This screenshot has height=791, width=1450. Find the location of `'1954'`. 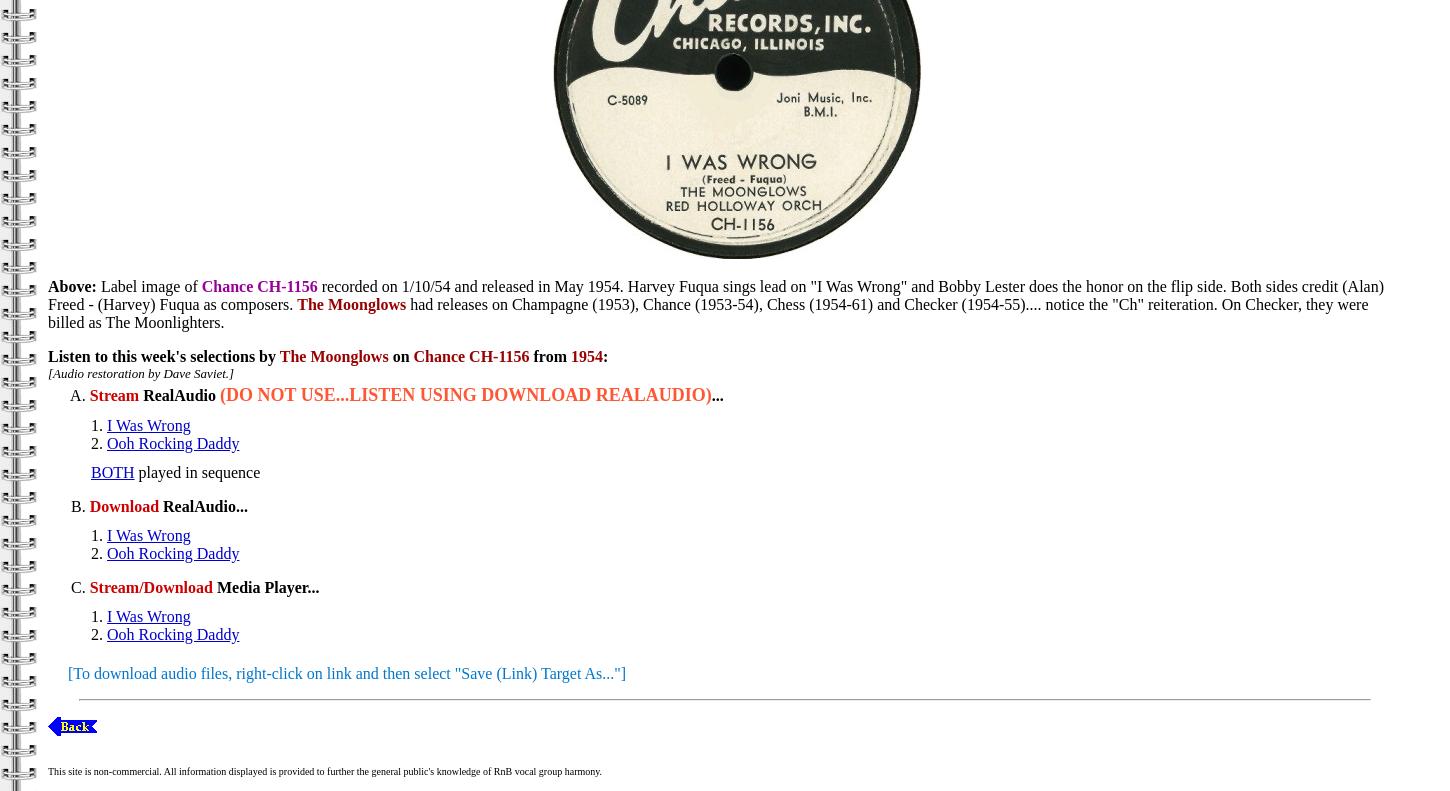

'1954' is located at coordinates (571, 355).